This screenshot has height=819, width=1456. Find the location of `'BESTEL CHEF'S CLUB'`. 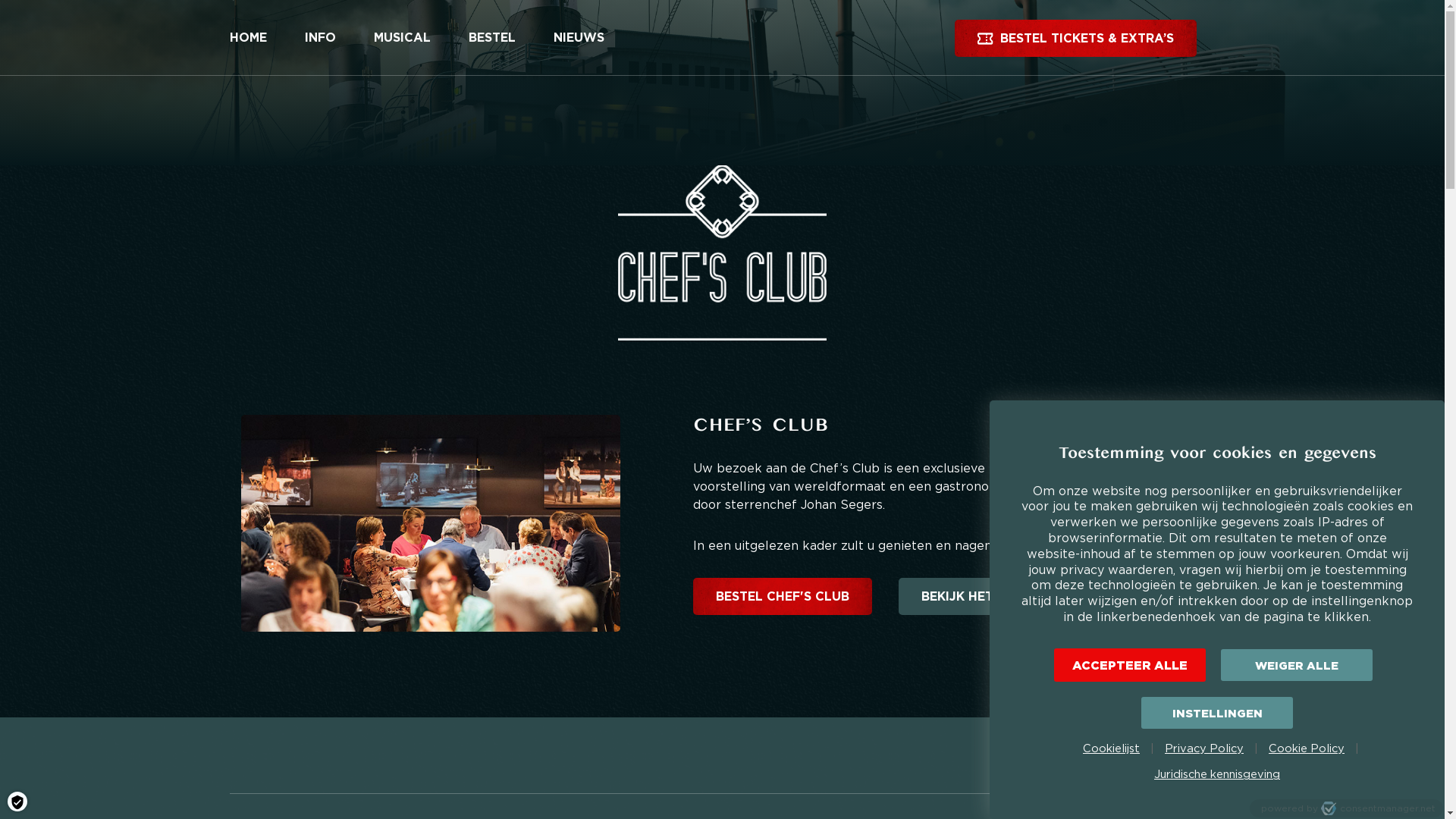

'BESTEL CHEF'S CLUB' is located at coordinates (783, 595).